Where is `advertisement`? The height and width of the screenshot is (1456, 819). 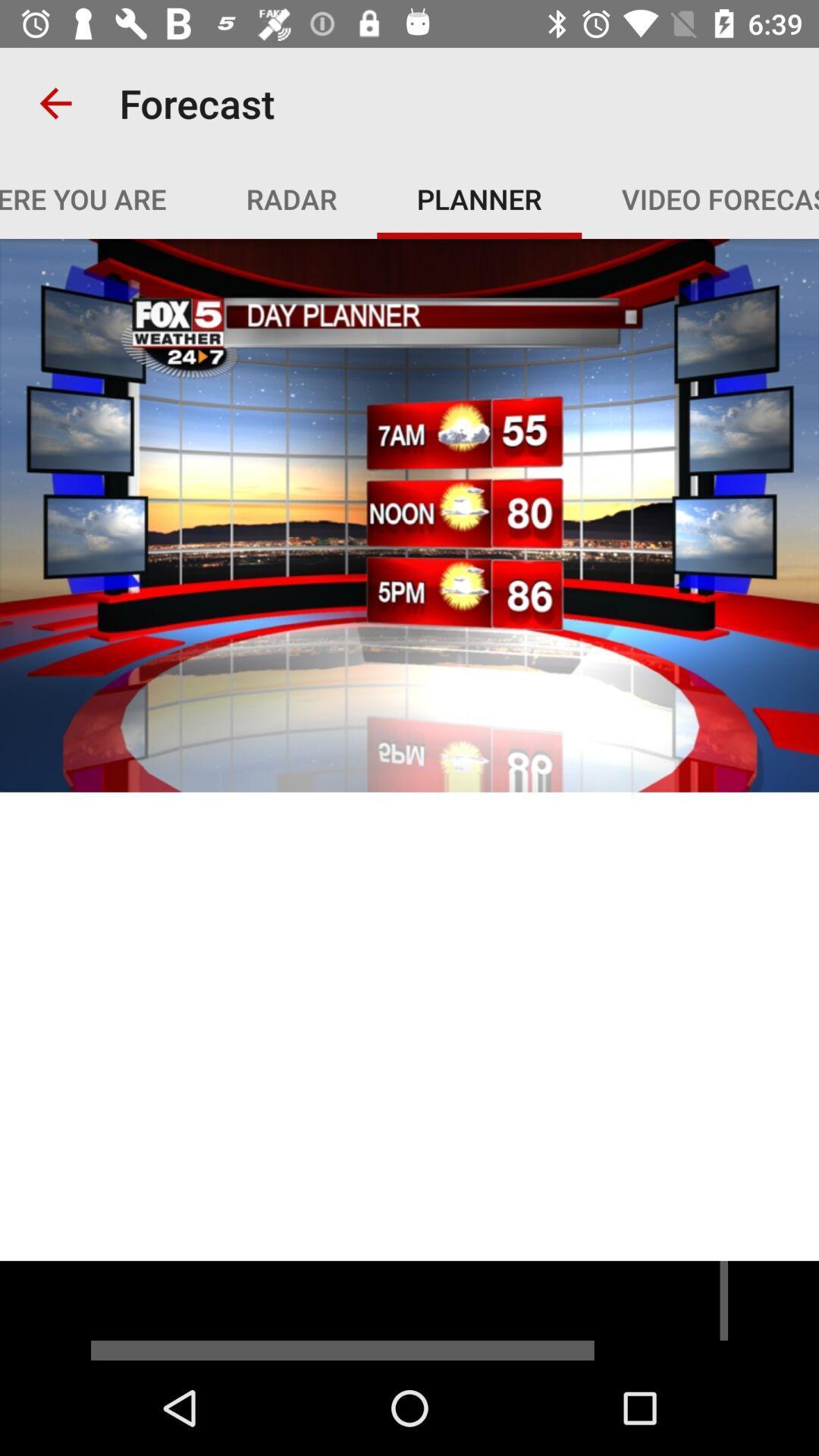 advertisement is located at coordinates (409, 1310).